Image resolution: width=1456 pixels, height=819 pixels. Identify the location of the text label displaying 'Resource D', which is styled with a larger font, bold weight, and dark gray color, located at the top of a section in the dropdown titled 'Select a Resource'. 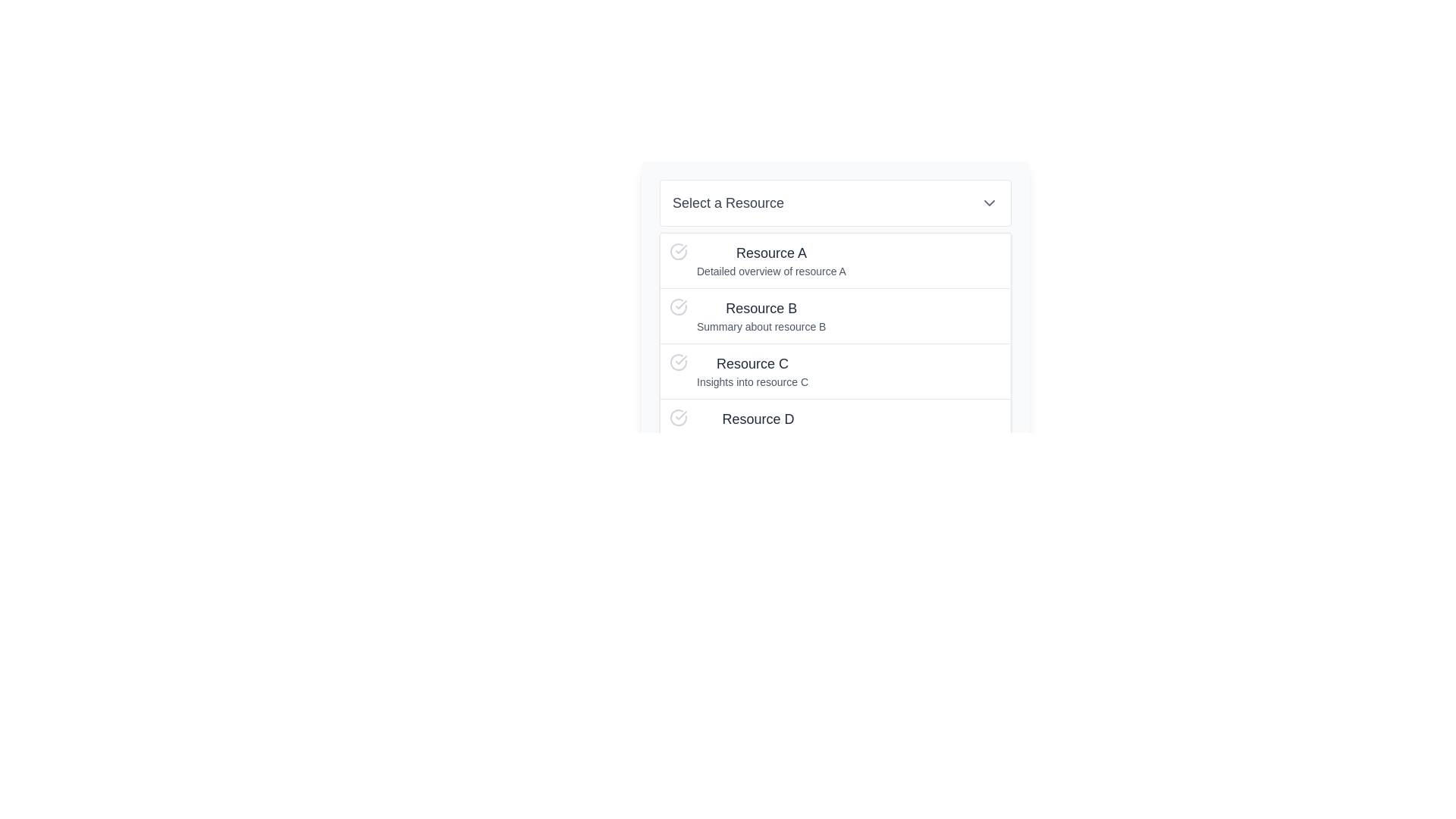
(758, 419).